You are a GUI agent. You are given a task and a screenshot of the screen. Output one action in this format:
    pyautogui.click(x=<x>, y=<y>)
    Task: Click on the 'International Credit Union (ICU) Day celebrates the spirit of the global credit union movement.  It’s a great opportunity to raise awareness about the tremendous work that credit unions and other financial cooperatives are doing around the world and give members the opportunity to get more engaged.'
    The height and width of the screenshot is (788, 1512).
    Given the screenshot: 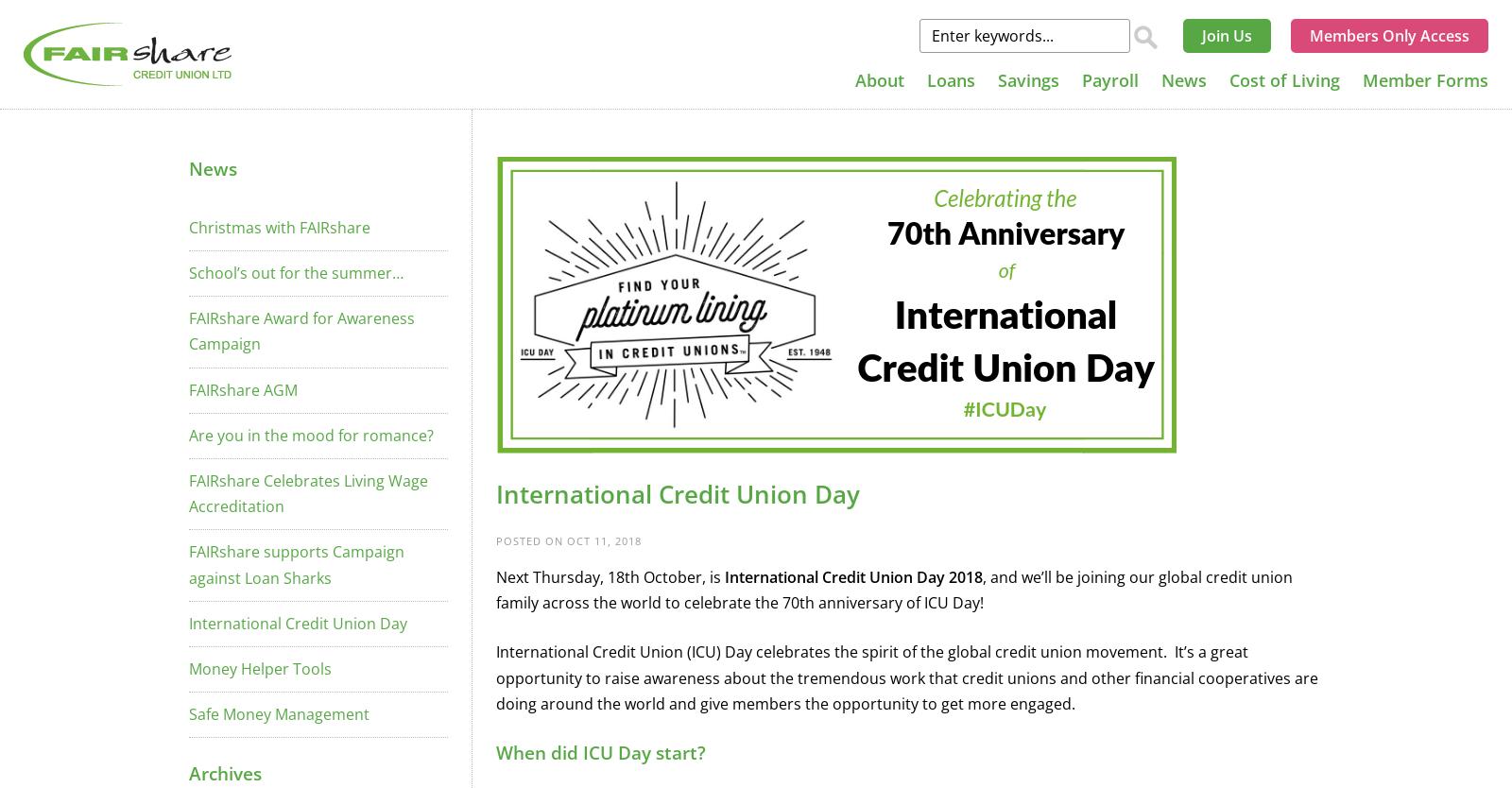 What is the action you would take?
    pyautogui.click(x=906, y=677)
    